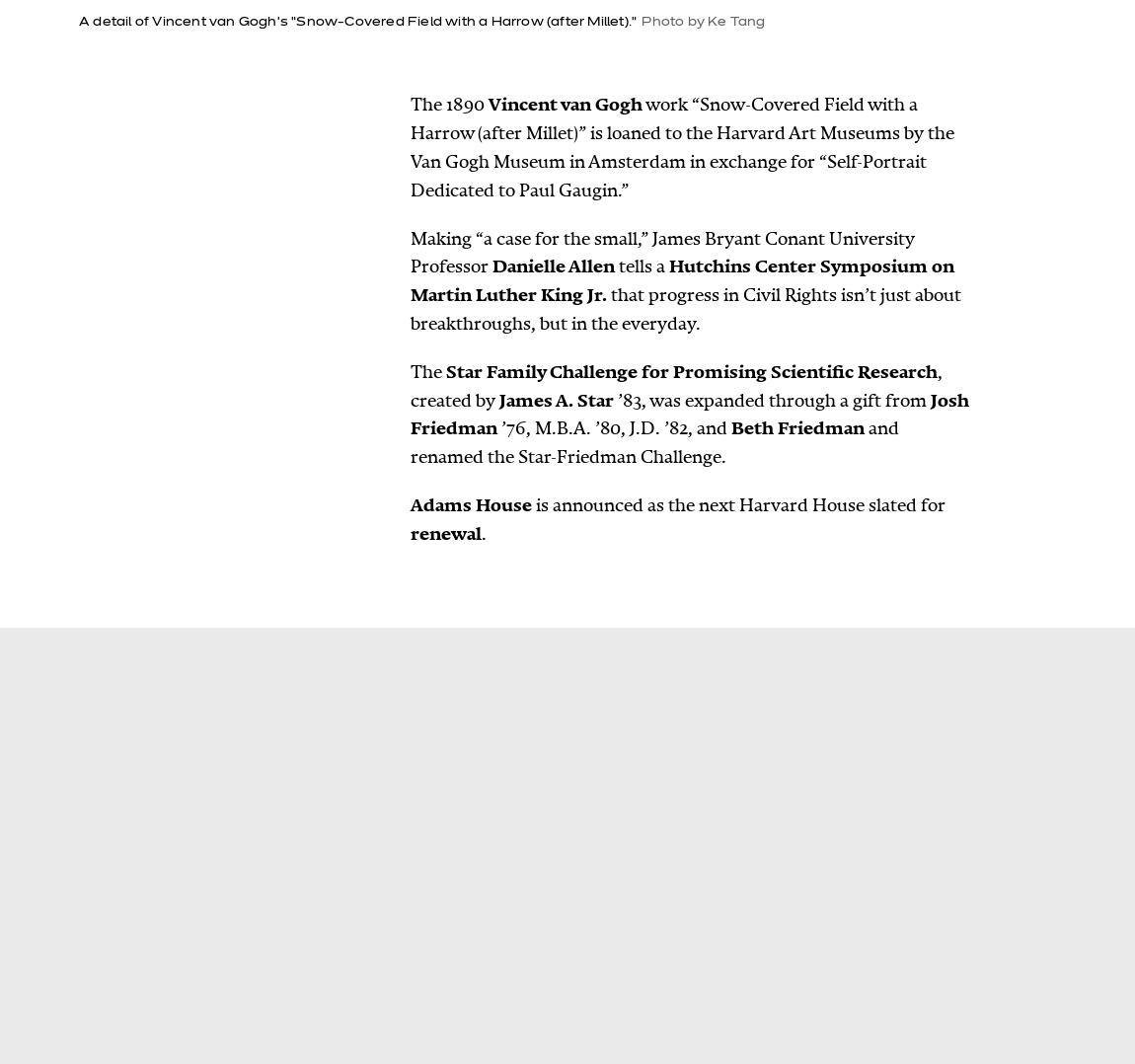 The height and width of the screenshot is (1064, 1135). What do you see at coordinates (410, 251) in the screenshot?
I see `'Making “a case for the small,” James Bryant Conant University Professor'` at bounding box center [410, 251].